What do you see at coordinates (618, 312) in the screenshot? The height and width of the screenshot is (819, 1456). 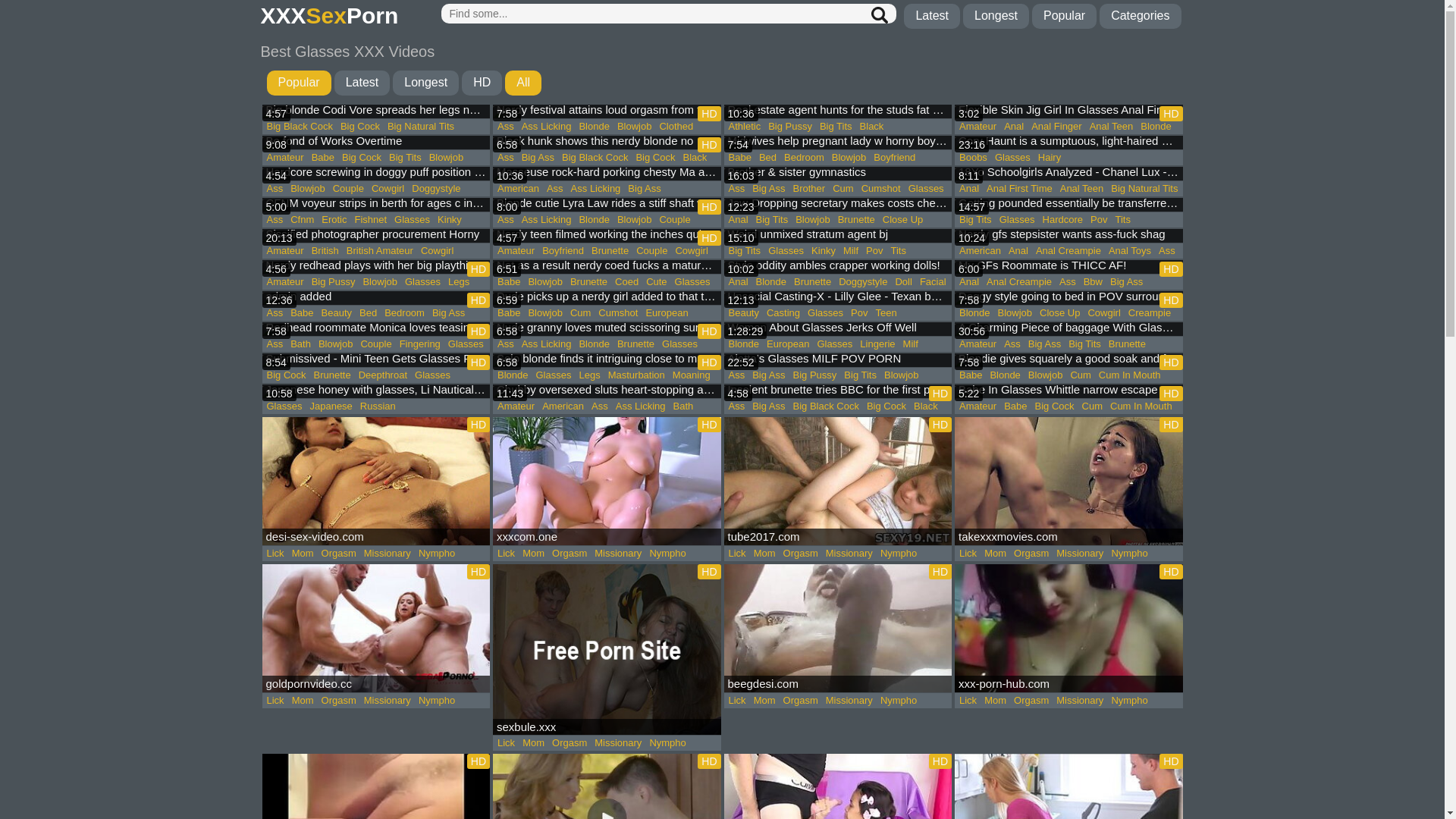 I see `'Cumshot'` at bounding box center [618, 312].